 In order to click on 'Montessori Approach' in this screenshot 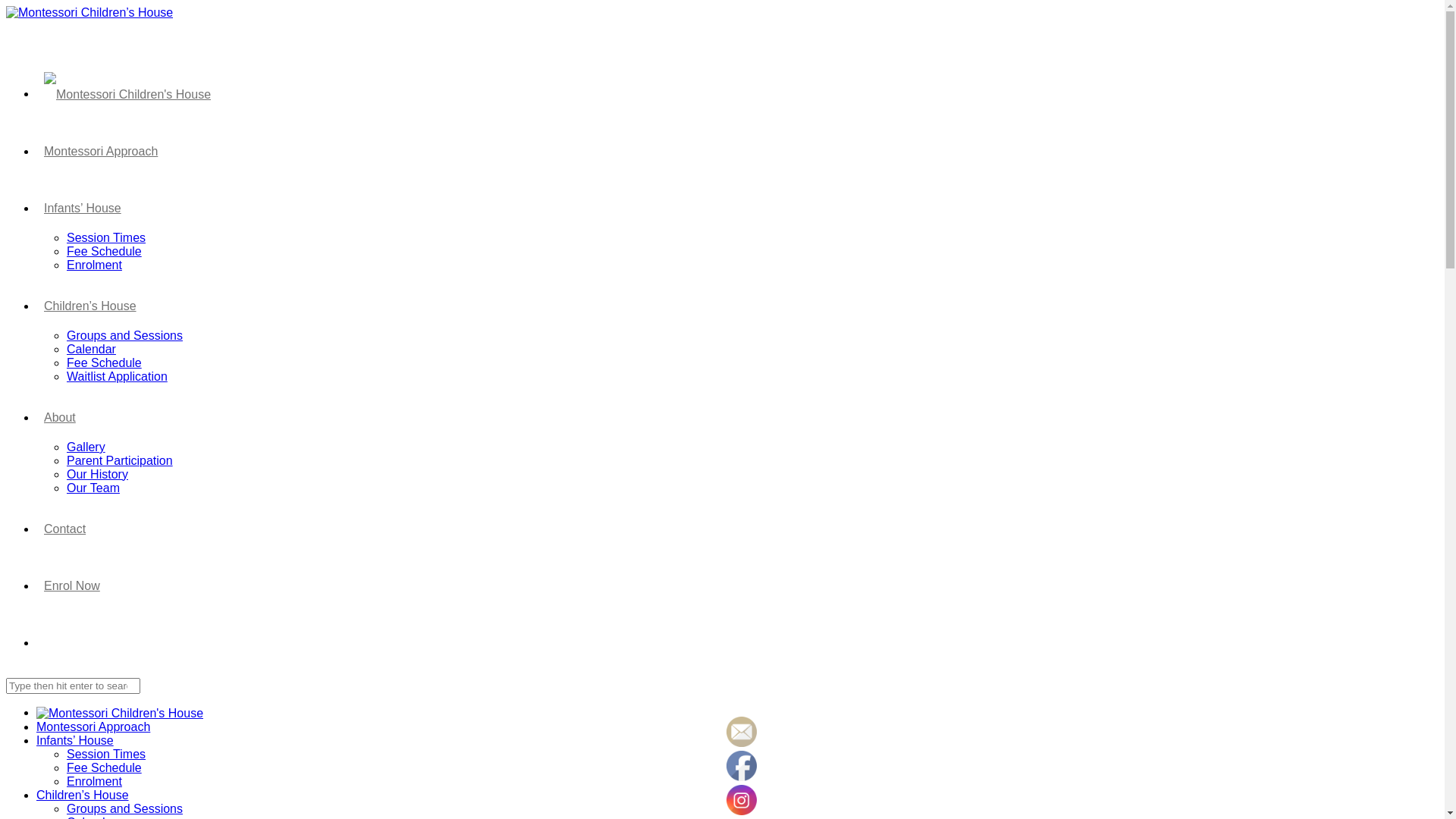, I will do `click(100, 149)`.